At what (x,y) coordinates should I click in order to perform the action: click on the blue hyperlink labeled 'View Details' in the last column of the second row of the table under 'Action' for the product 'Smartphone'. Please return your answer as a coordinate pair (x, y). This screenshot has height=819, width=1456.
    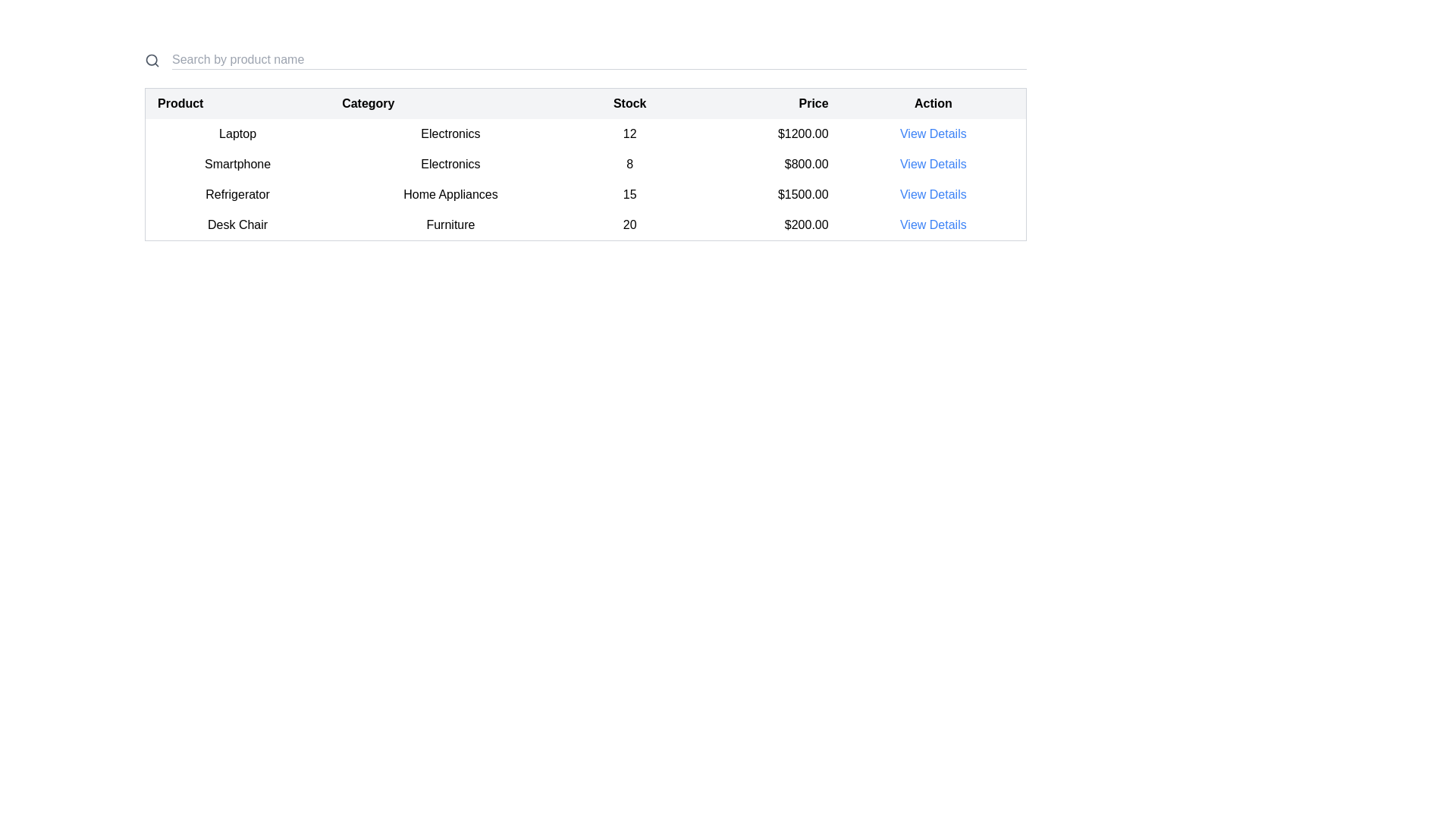
    Looking at the image, I should click on (932, 164).